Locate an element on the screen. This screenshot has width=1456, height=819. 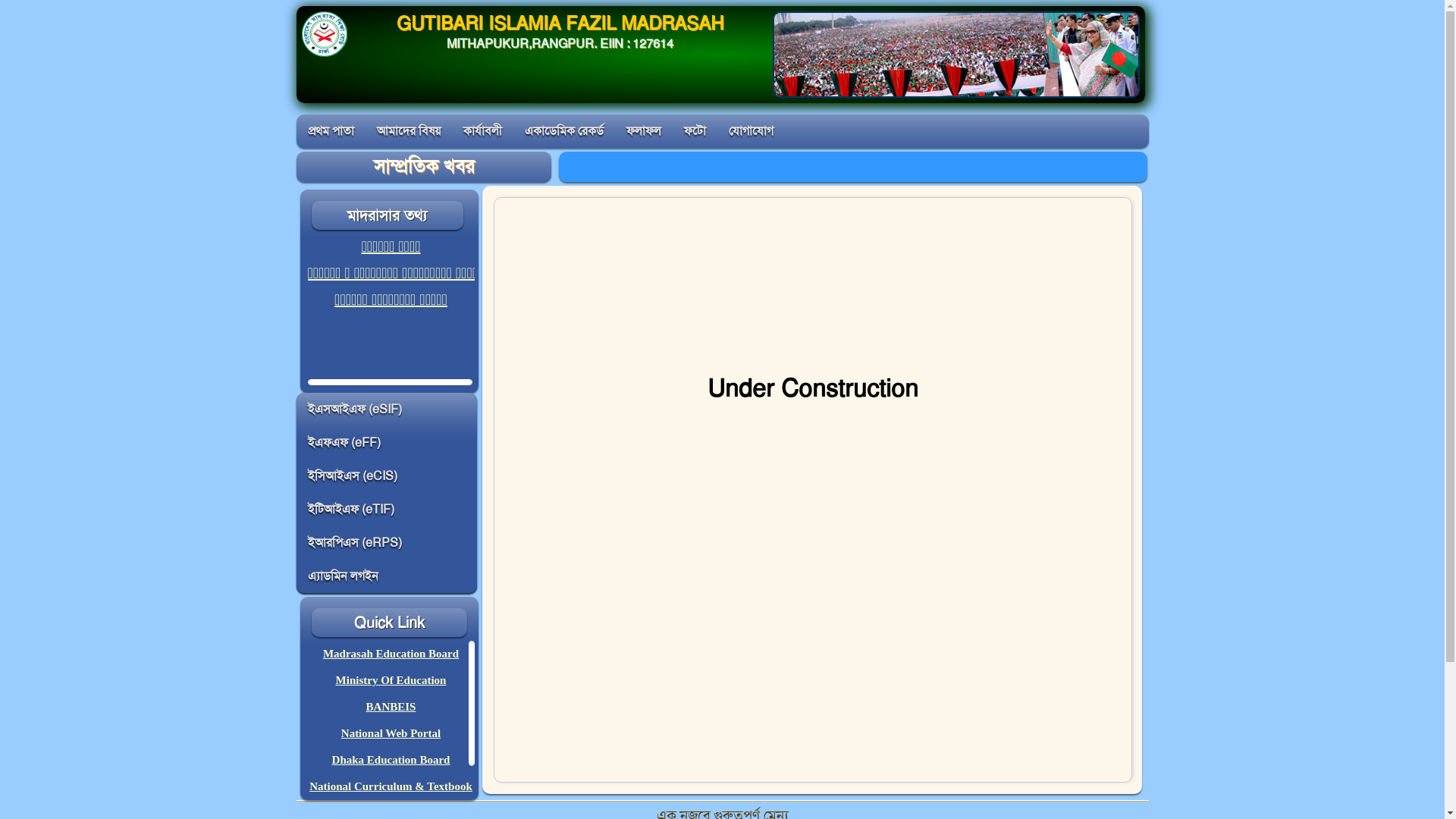
'National Web Portal' is located at coordinates (340, 733).